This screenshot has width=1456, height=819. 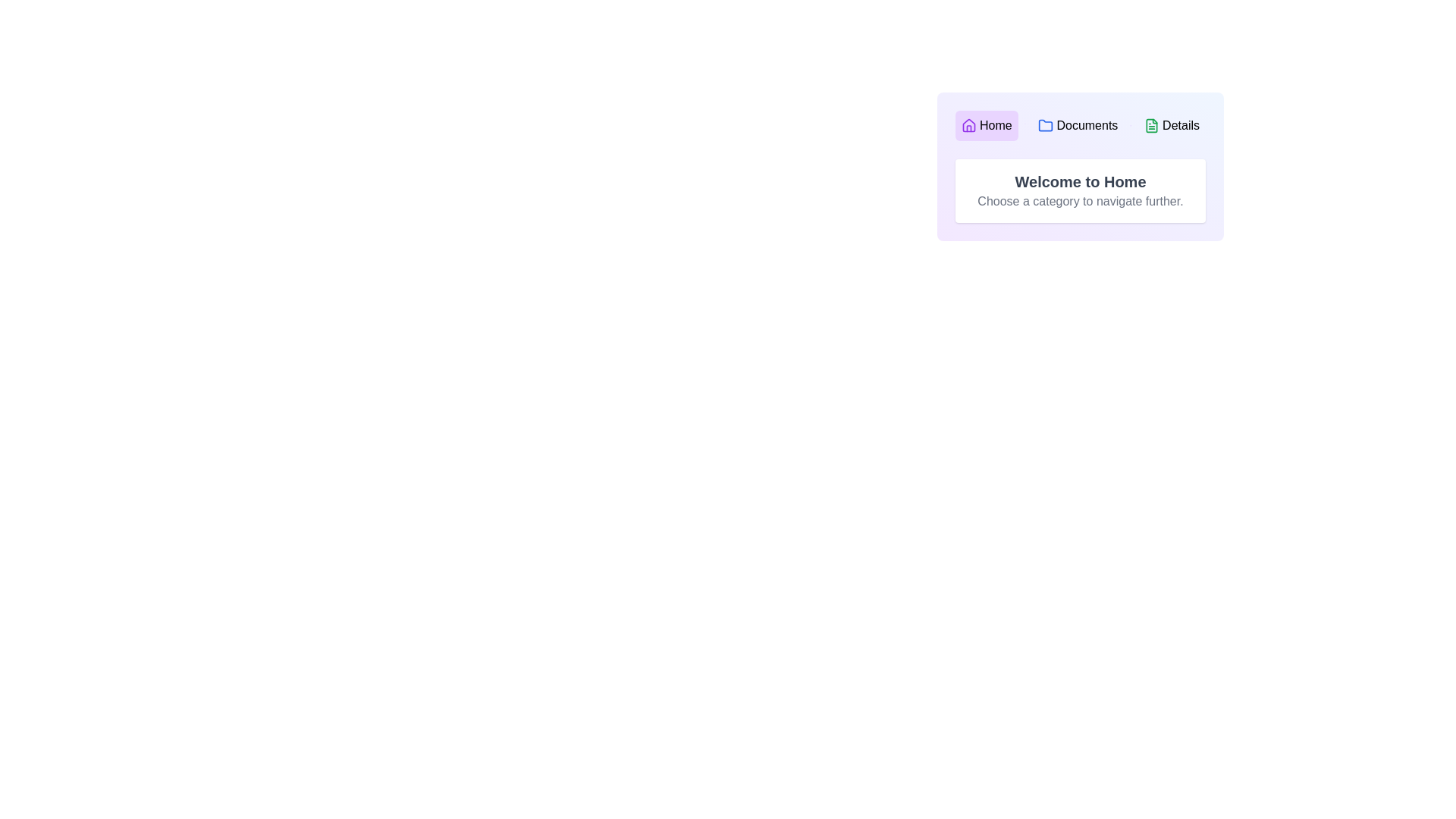 I want to click on the interactive text label with the text 'Documents' and the blue folder icon, so click(x=1077, y=124).